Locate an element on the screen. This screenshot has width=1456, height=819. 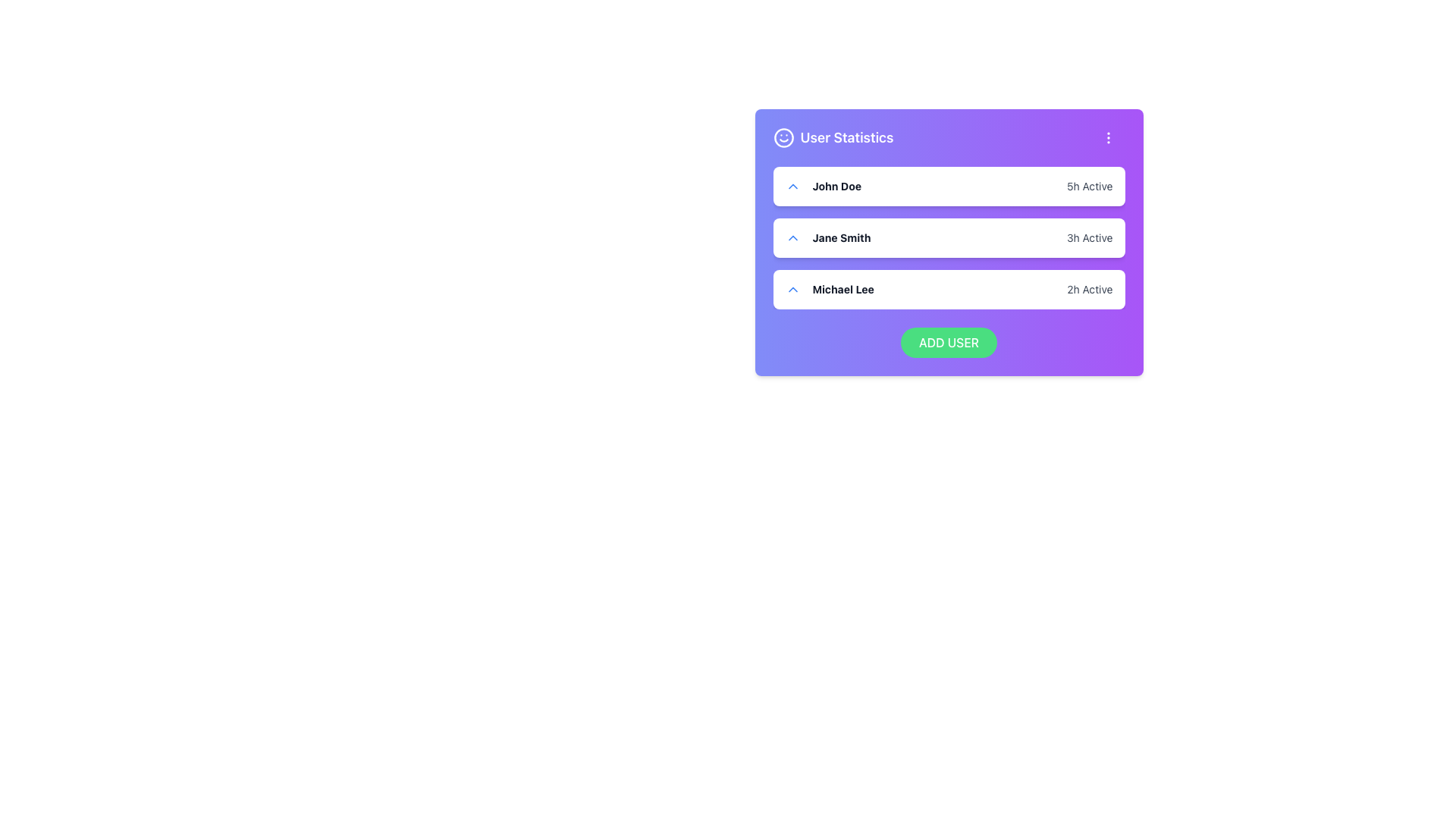
the third entry in the list, which contains the text 'Michael Lee' and '2h Active', displayed on a purple gradient background with rounded corners and an arrow icon on the left side is located at coordinates (948, 275).